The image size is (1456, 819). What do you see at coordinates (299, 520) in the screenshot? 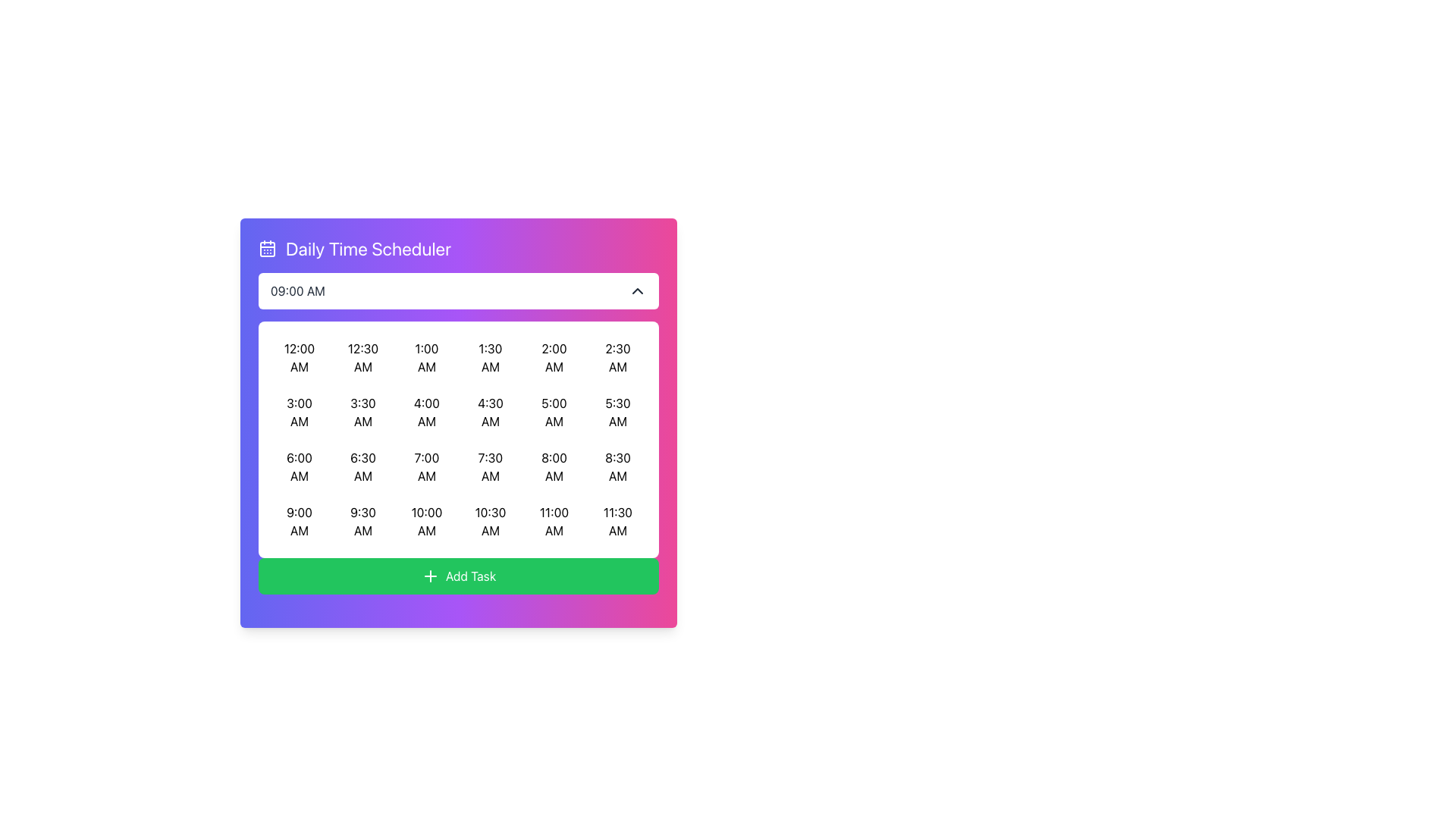
I see `the button labeled '9:00 AM' in the Daily Time Scheduler` at bounding box center [299, 520].